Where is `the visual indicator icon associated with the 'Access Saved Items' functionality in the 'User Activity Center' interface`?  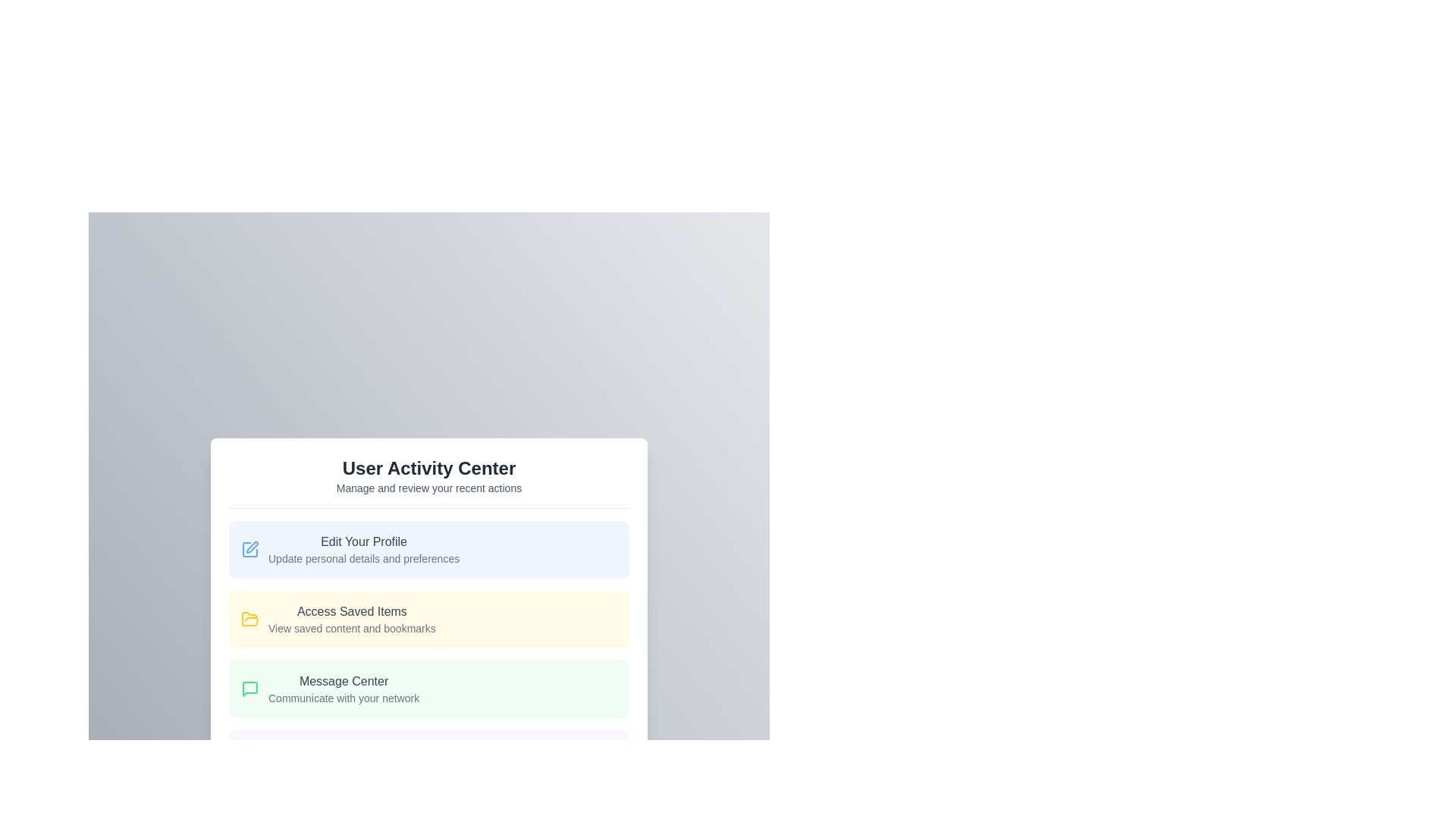 the visual indicator icon associated with the 'Access Saved Items' functionality in the 'User Activity Center' interface is located at coordinates (250, 619).